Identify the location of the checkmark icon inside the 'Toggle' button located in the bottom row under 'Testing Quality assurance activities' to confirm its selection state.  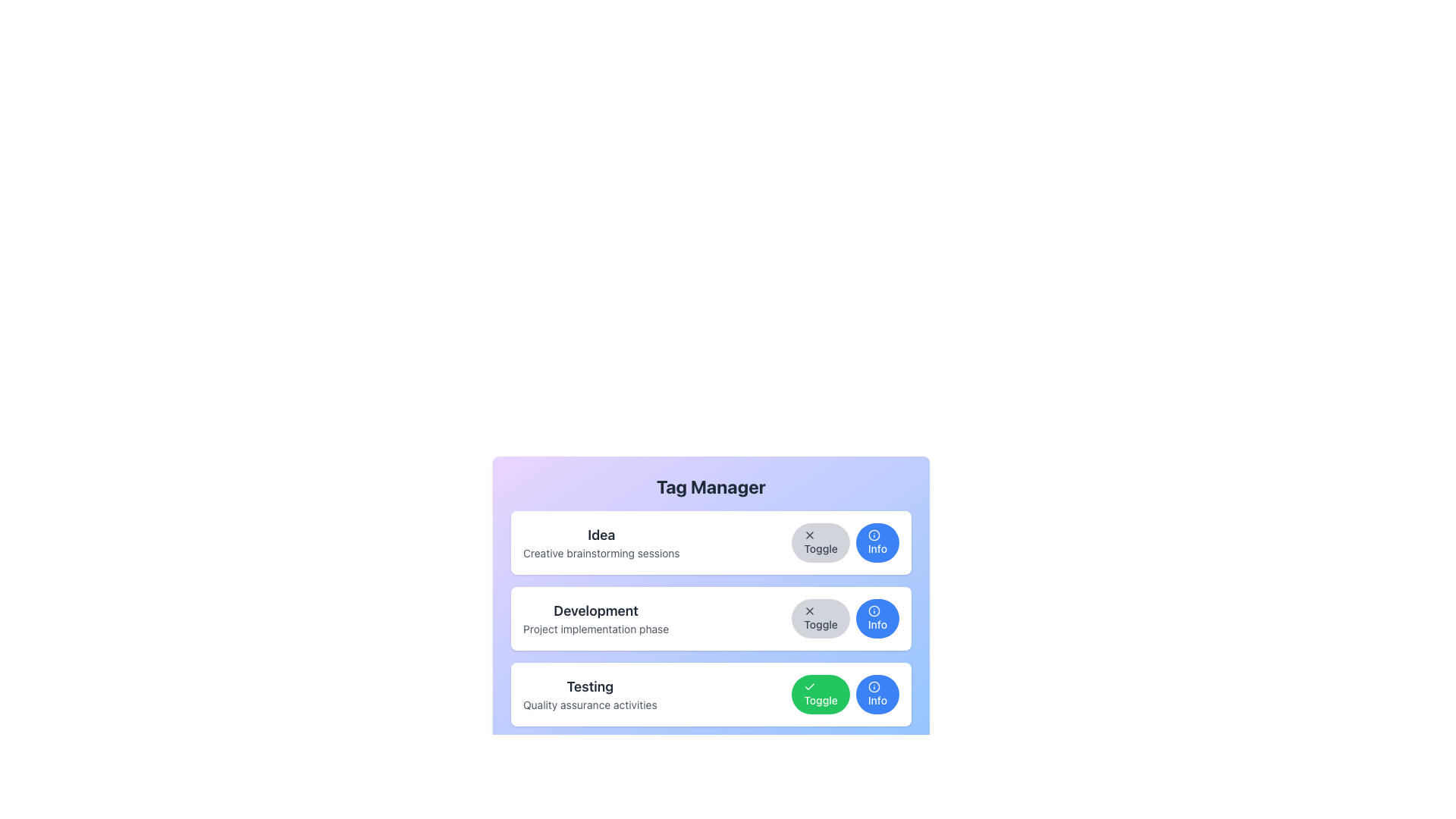
(809, 687).